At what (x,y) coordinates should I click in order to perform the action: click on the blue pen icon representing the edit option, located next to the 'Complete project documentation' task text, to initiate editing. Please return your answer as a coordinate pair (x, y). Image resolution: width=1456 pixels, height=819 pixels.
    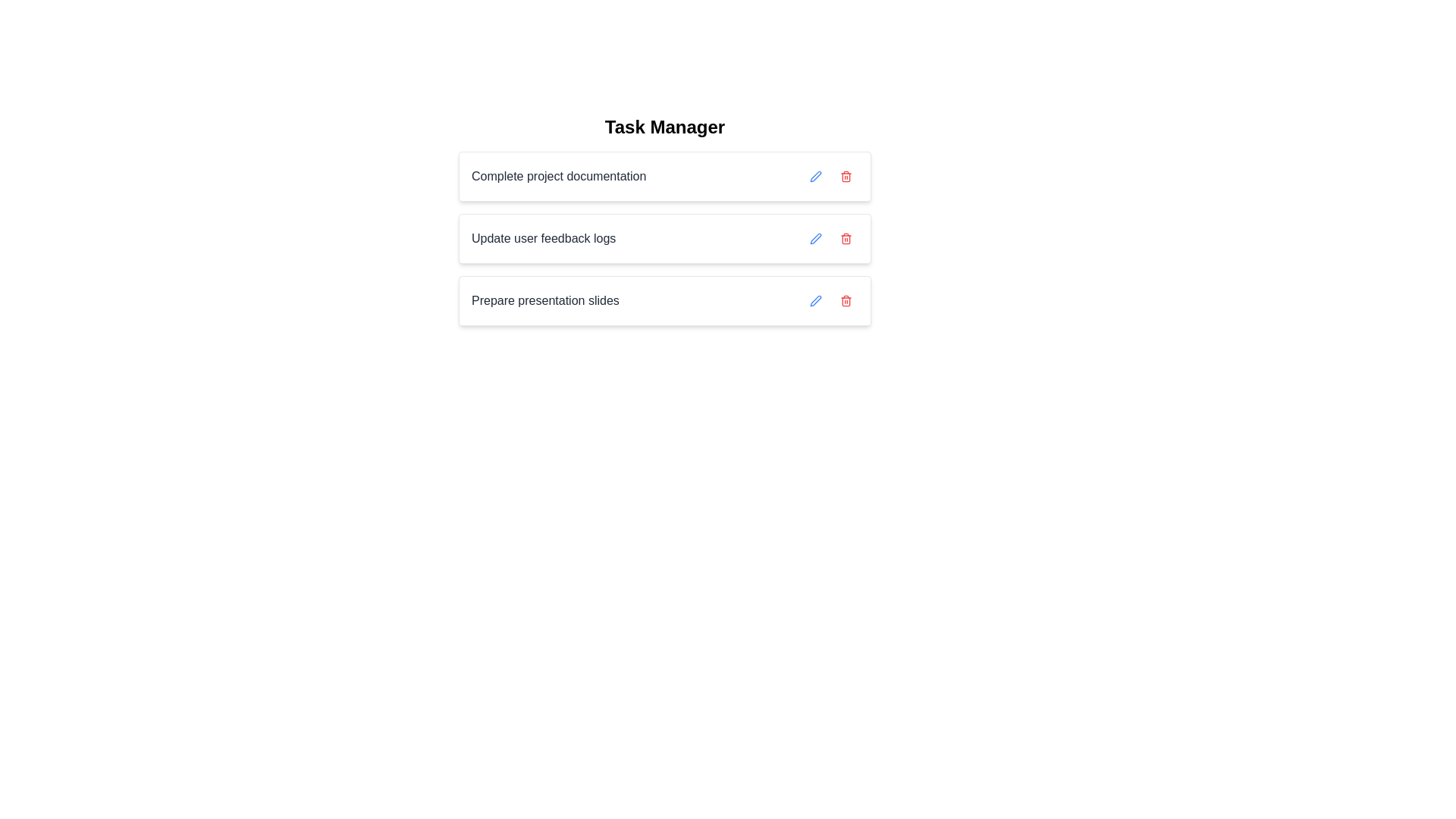
    Looking at the image, I should click on (814, 239).